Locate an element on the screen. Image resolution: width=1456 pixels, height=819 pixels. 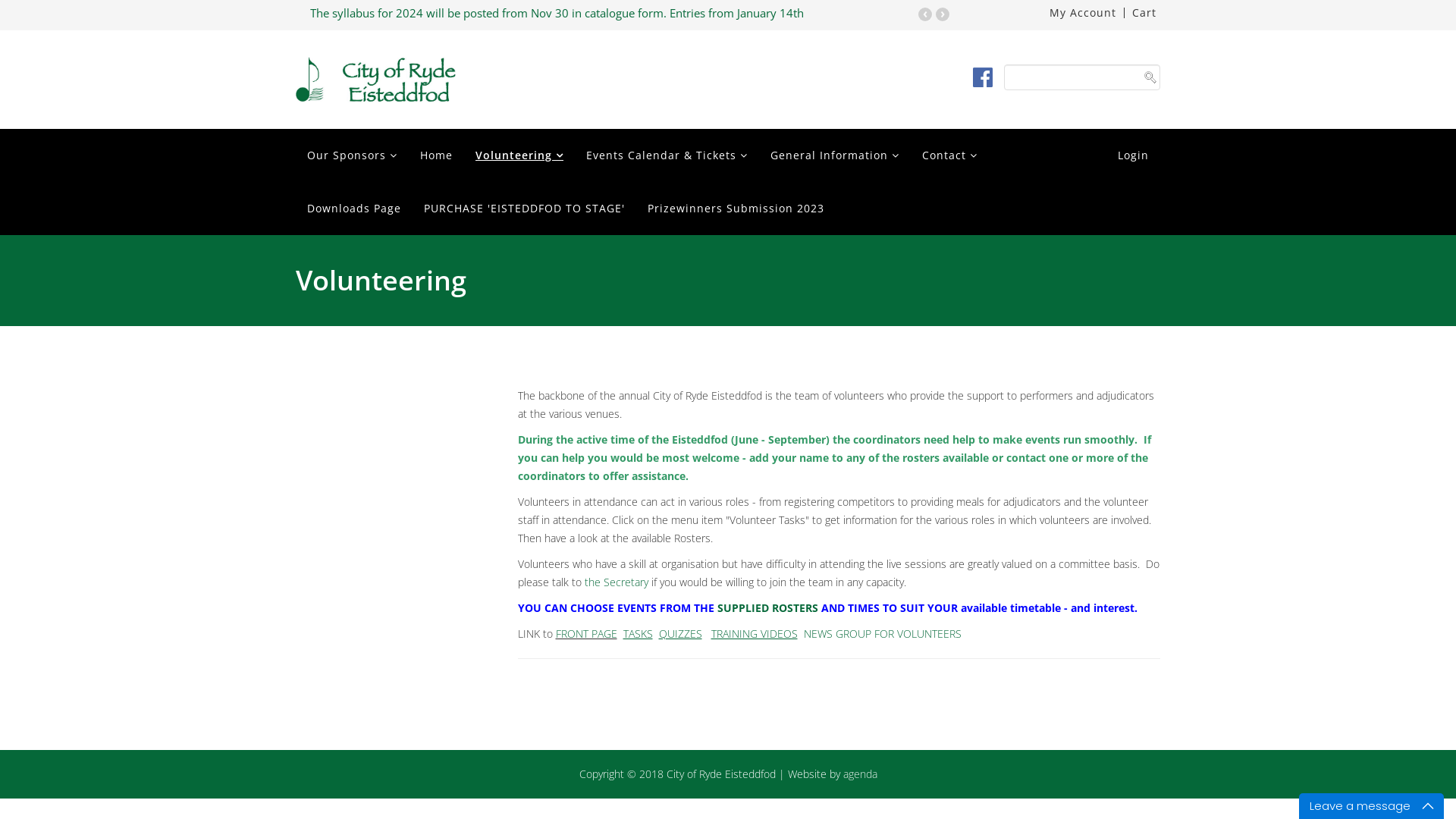
'the Secretary' is located at coordinates (582, 581).